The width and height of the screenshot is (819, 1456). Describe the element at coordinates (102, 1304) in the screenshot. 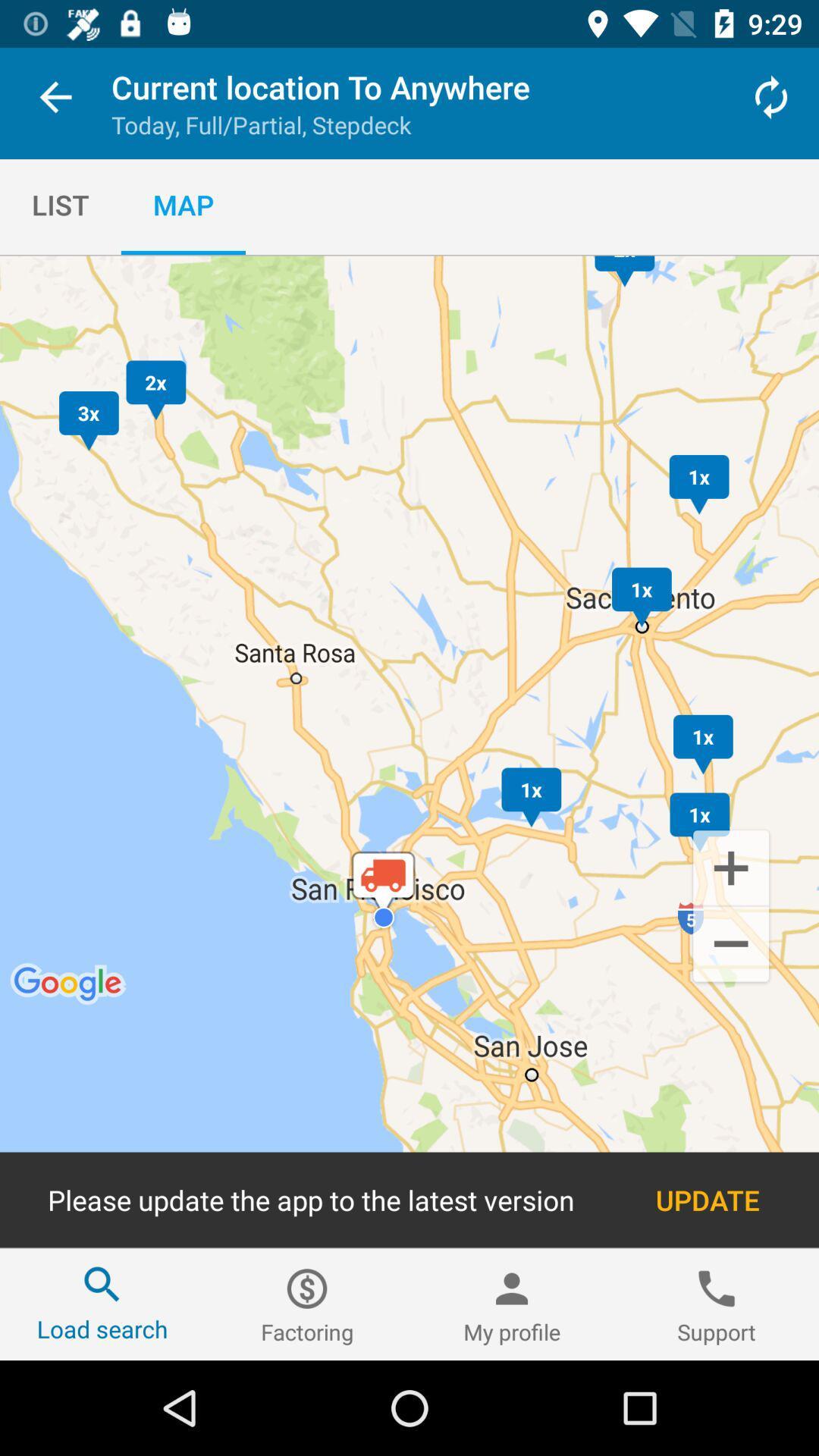

I see `icon to the left of the factoring icon` at that location.